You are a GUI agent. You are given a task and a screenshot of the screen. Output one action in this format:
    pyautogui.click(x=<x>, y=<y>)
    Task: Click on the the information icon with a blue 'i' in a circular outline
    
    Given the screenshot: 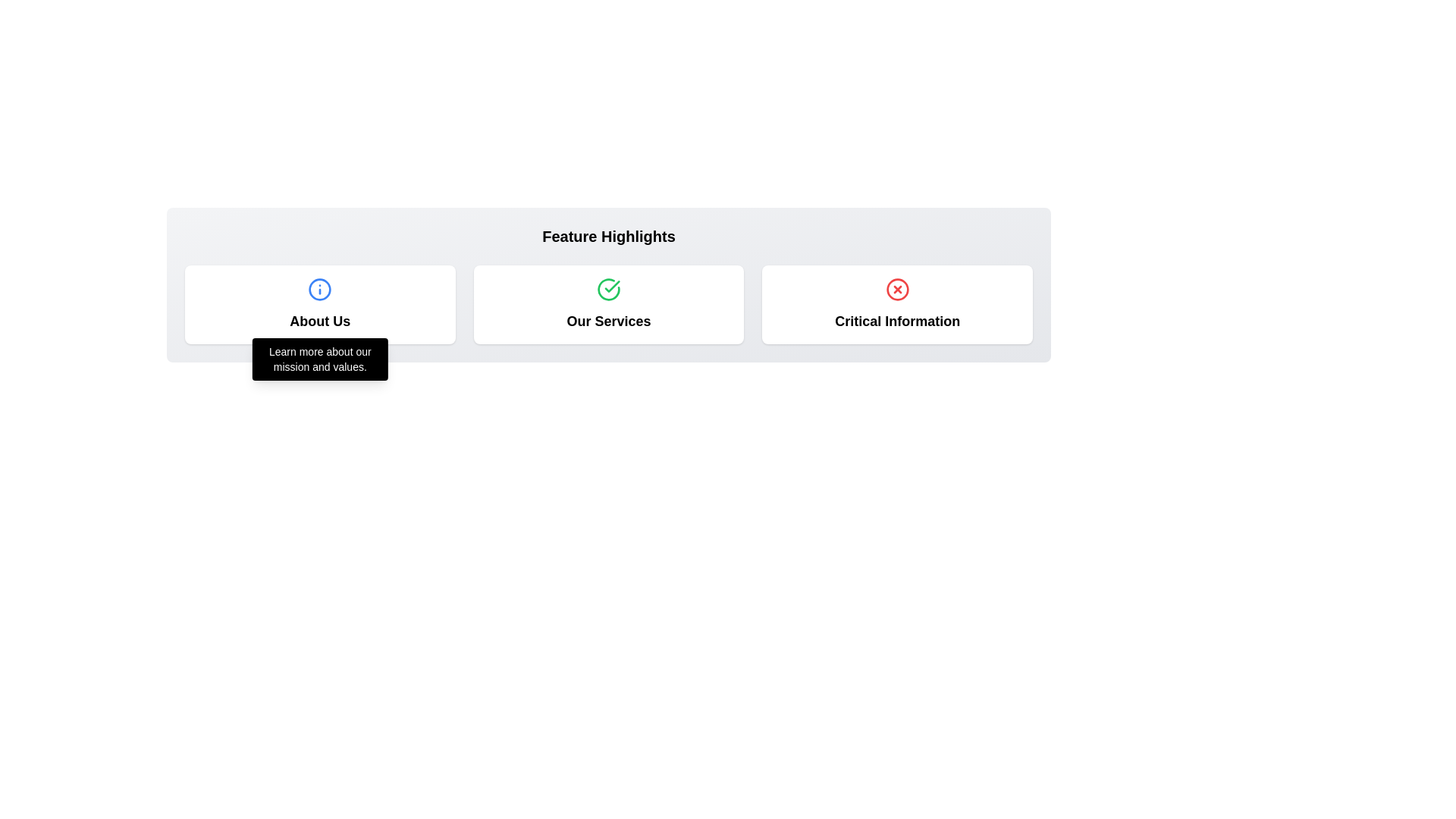 What is the action you would take?
    pyautogui.click(x=319, y=289)
    